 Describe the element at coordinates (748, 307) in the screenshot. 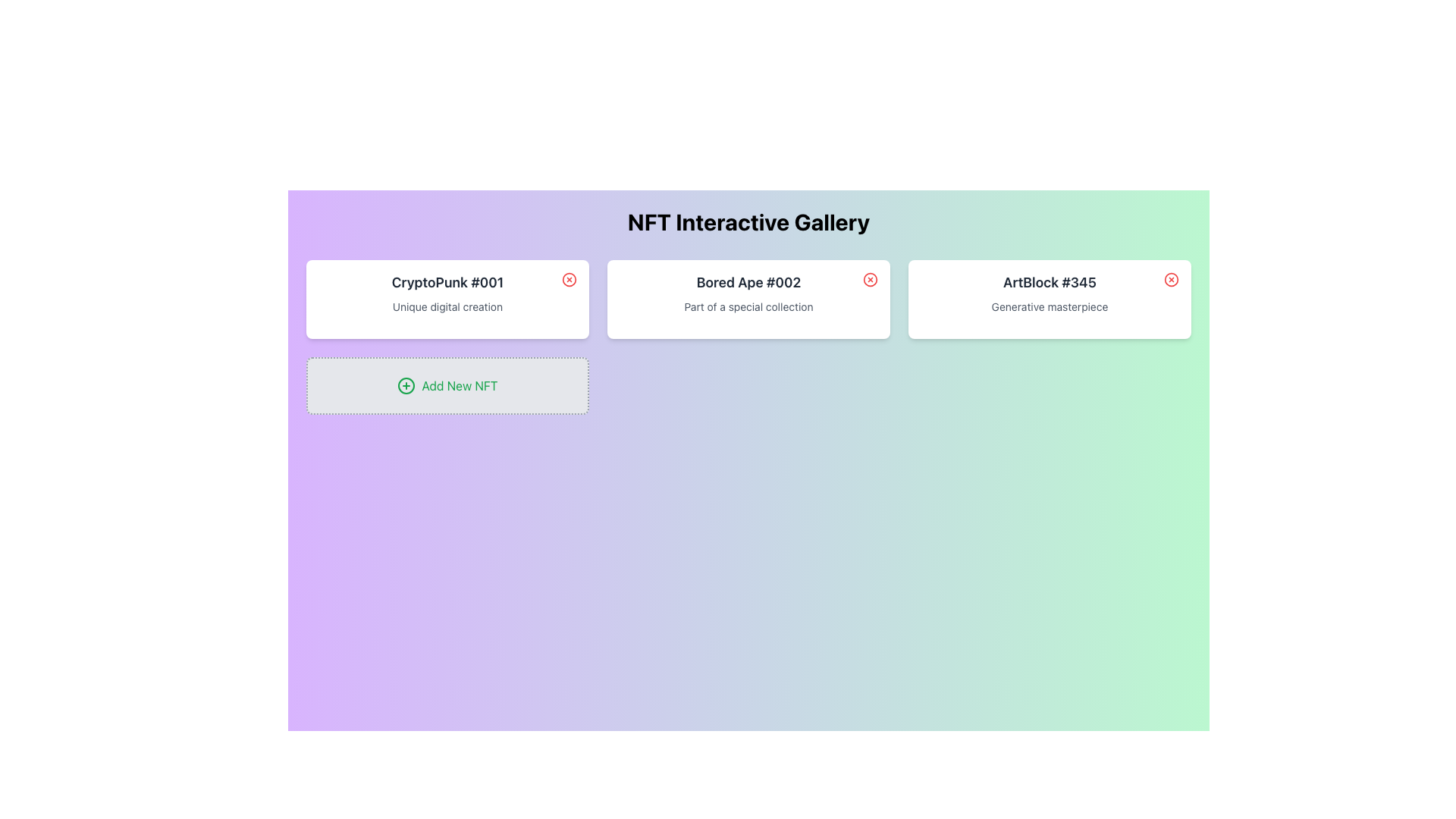

I see `the text block that contains the phrase 'Part of a special collection.' which is styled with a smaller font size and gray color, and is positioned below the title text in the card for 'Bored Ape #002.'` at that location.